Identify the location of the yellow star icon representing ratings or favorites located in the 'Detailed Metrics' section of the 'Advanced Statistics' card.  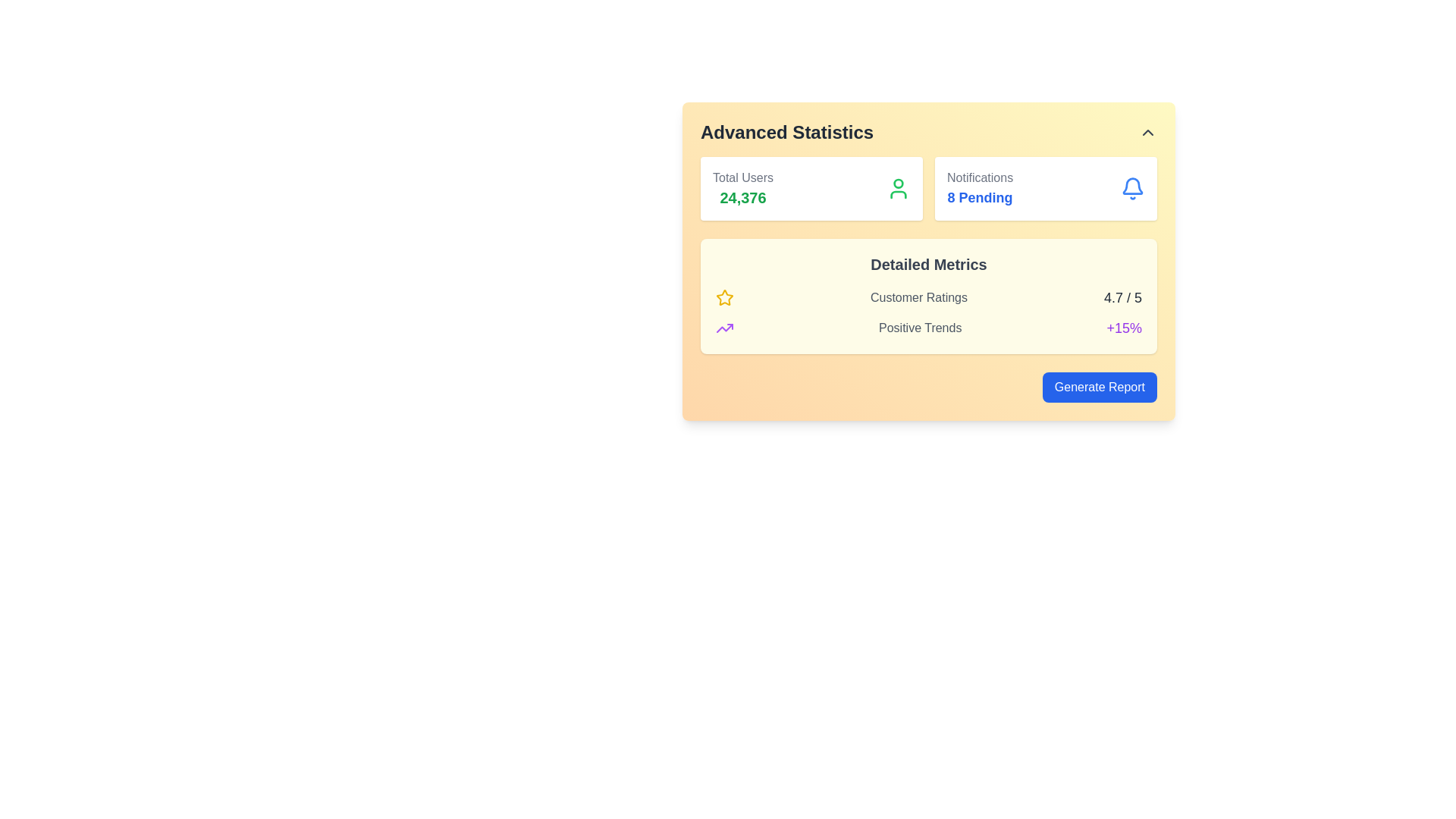
(723, 298).